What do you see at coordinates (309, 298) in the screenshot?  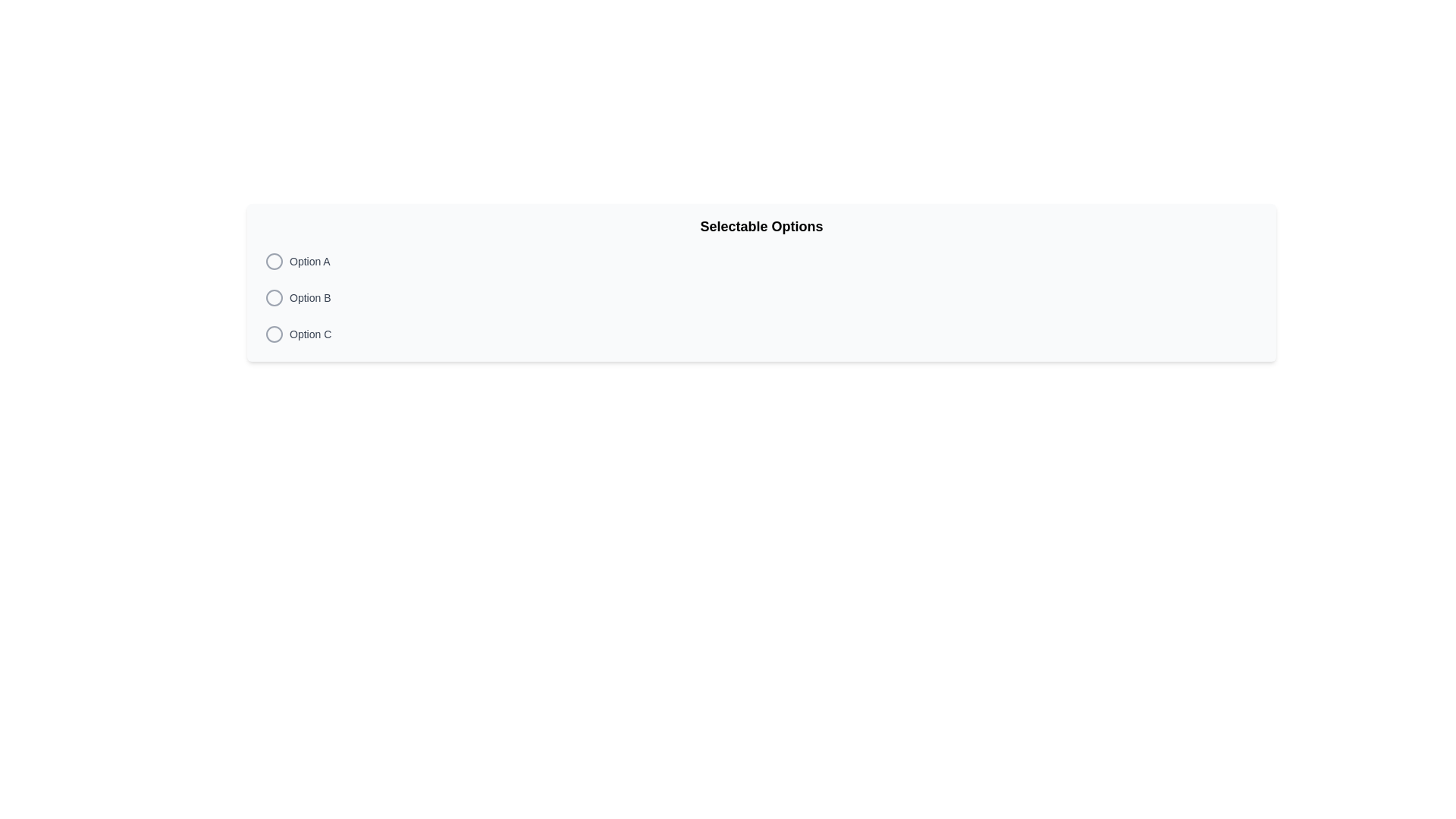 I see `the static text displaying 'Option B', which is the label for the second option in a vertical list of selectable options` at bounding box center [309, 298].